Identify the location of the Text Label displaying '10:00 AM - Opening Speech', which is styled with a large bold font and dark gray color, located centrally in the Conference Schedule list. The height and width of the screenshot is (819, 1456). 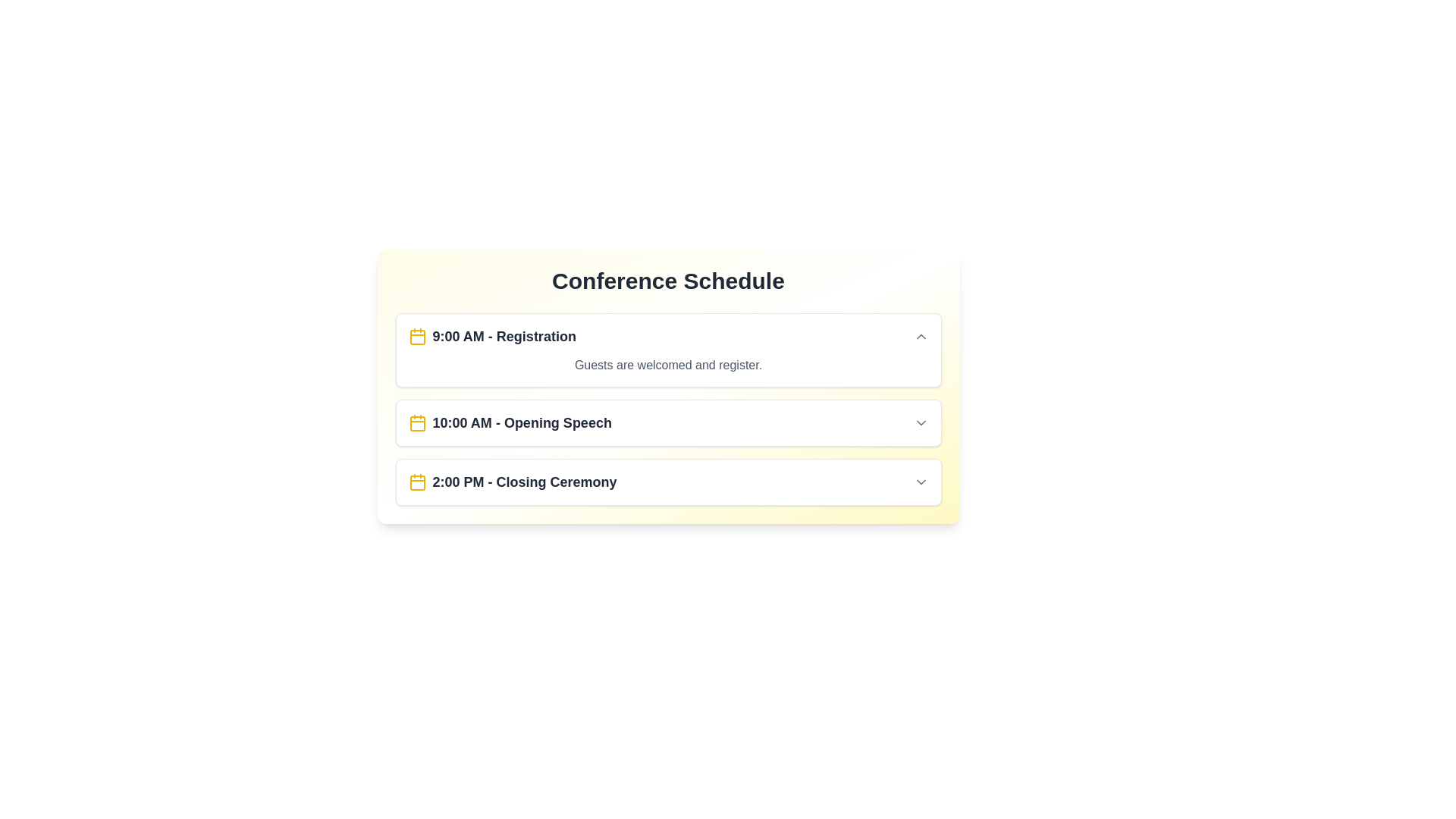
(522, 423).